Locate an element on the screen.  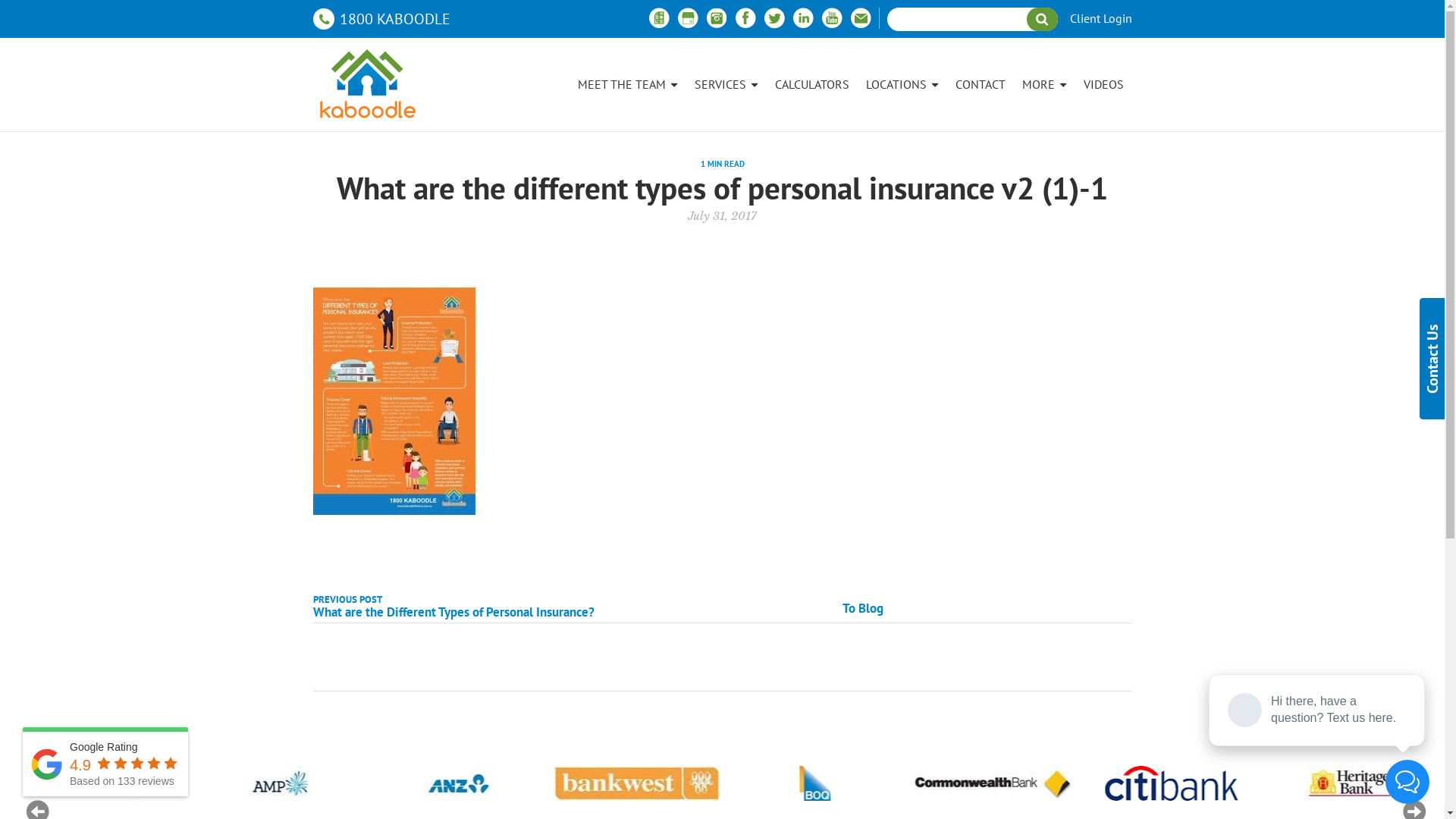
'MEET THE TEAM' is located at coordinates (626, 84).